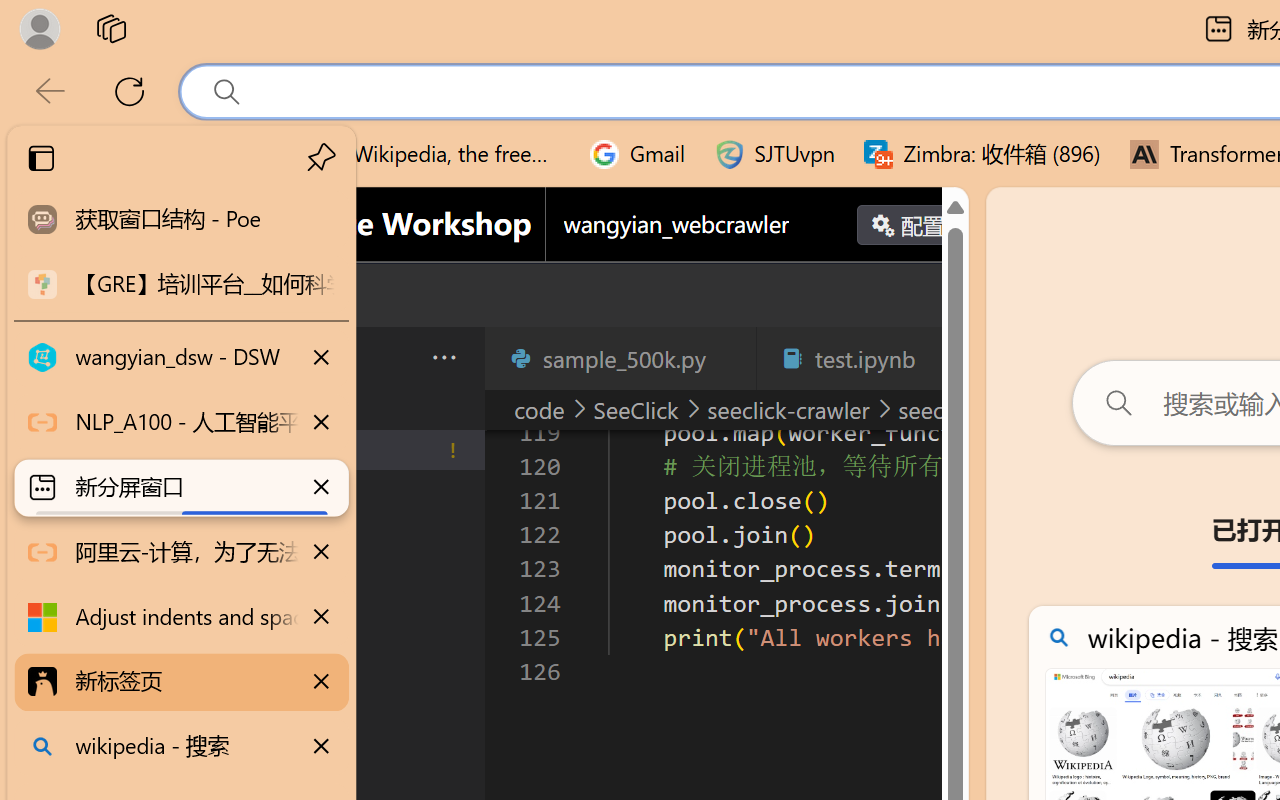 The width and height of the screenshot is (1280, 800). Describe the element at coordinates (436, 154) in the screenshot. I see `'Wikipedia, the free encyclopedia'` at that location.